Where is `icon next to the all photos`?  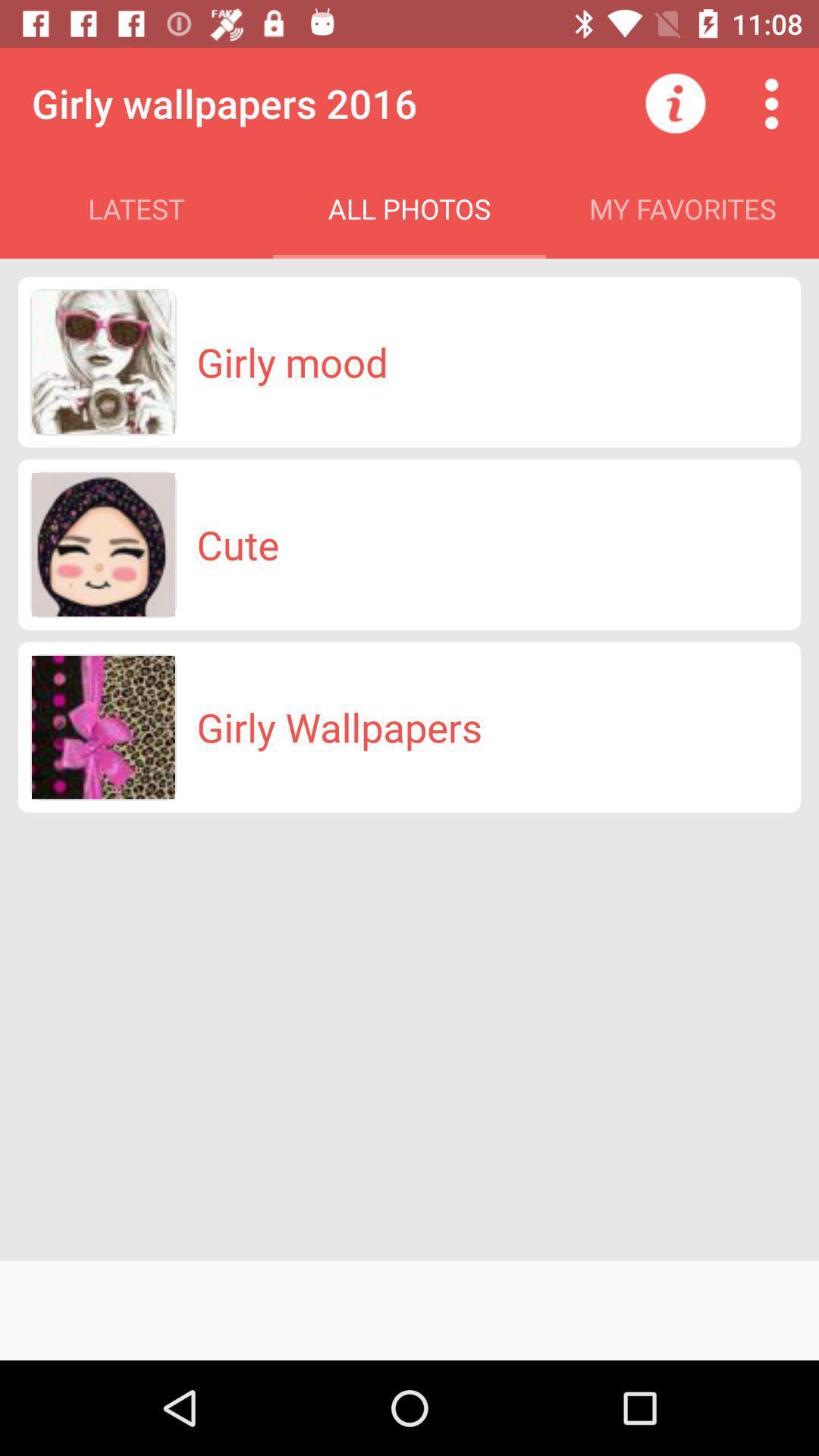 icon next to the all photos is located at coordinates (675, 102).